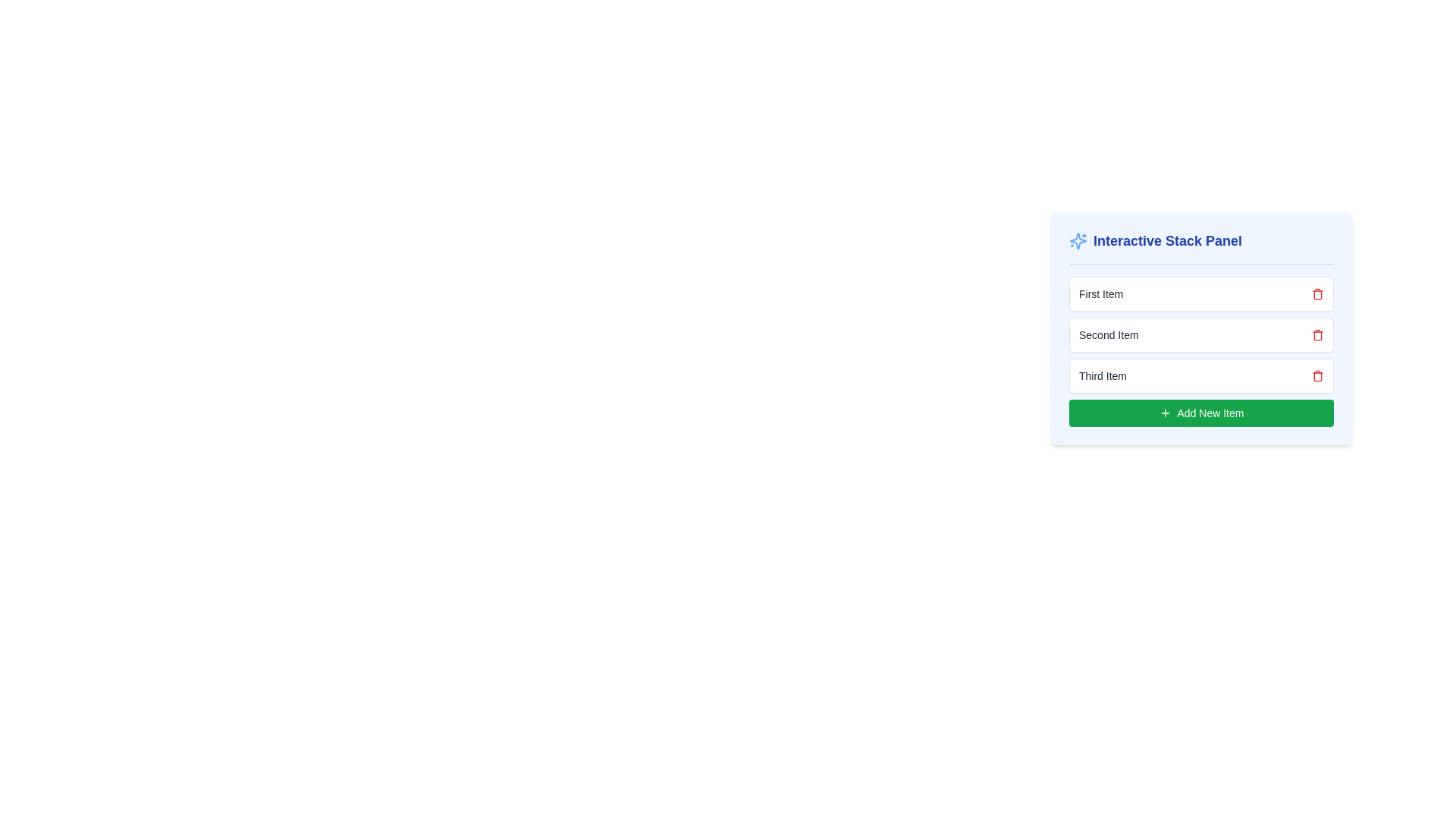 The image size is (1456, 819). What do you see at coordinates (1316, 375) in the screenshot?
I see `the delete button icon located in the 'Third Item' row to trigger the tooltip indicating its functionality` at bounding box center [1316, 375].